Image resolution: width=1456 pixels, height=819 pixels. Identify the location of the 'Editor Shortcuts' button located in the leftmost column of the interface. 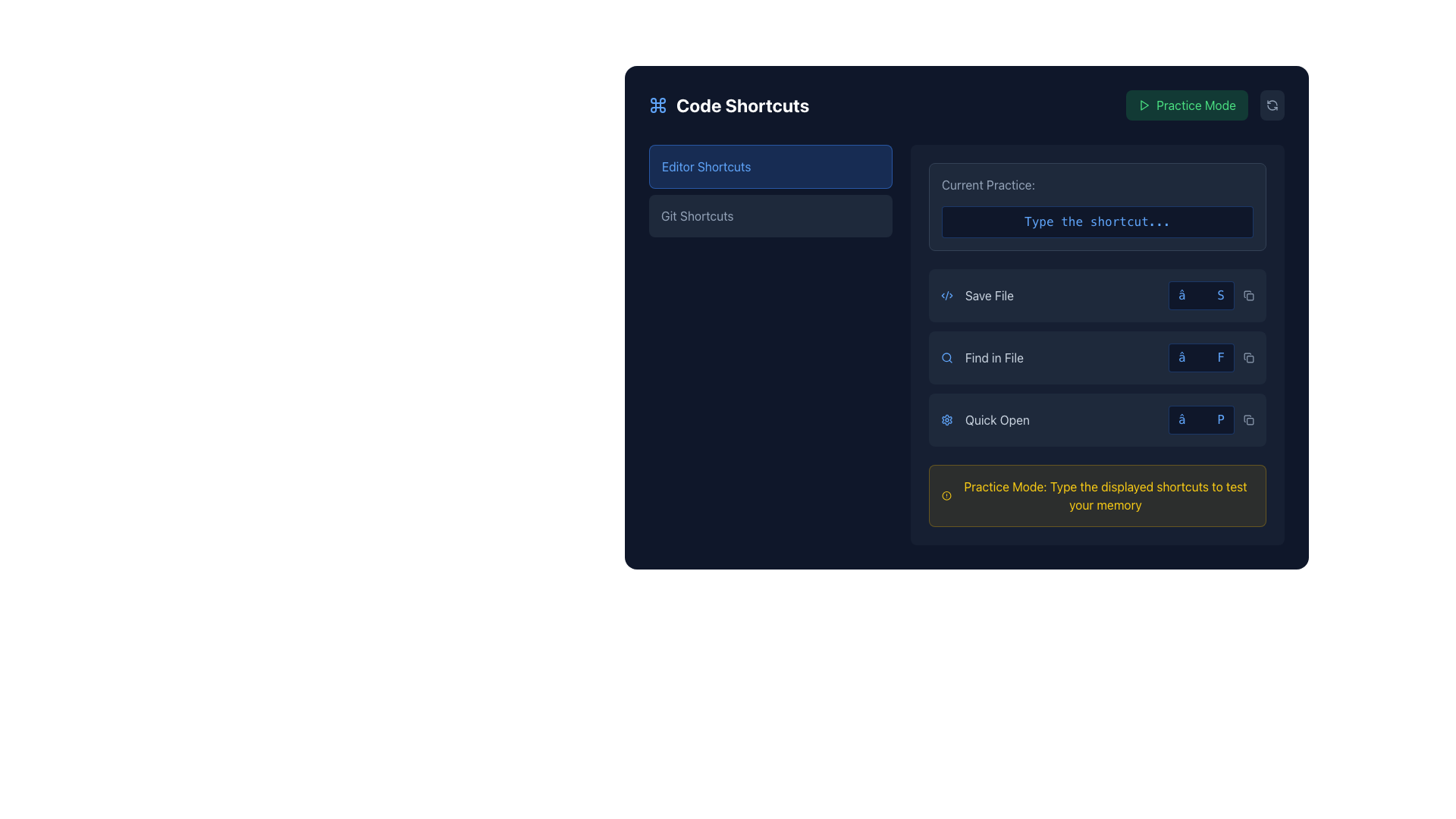
(770, 345).